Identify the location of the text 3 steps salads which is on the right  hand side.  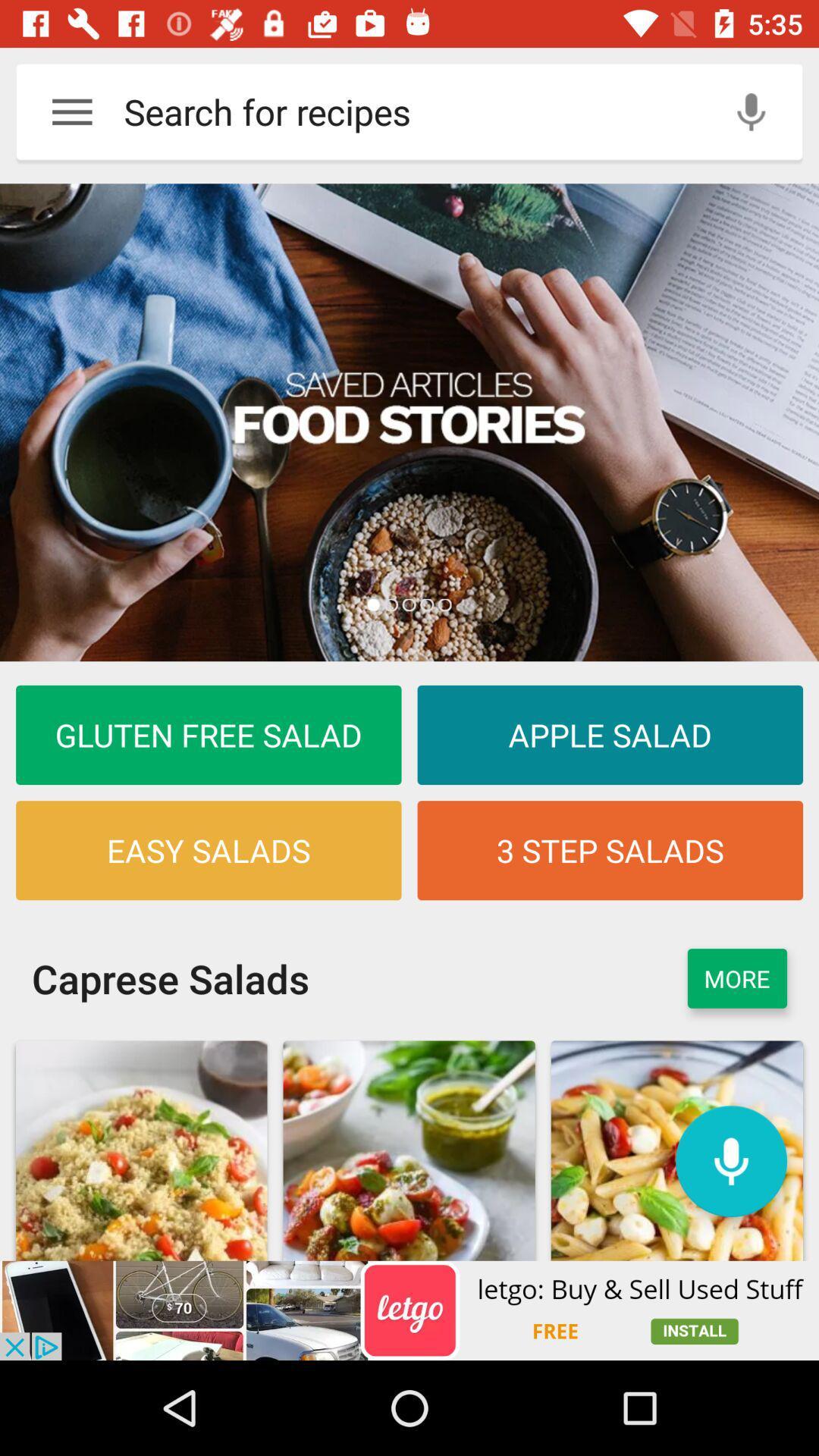
(610, 850).